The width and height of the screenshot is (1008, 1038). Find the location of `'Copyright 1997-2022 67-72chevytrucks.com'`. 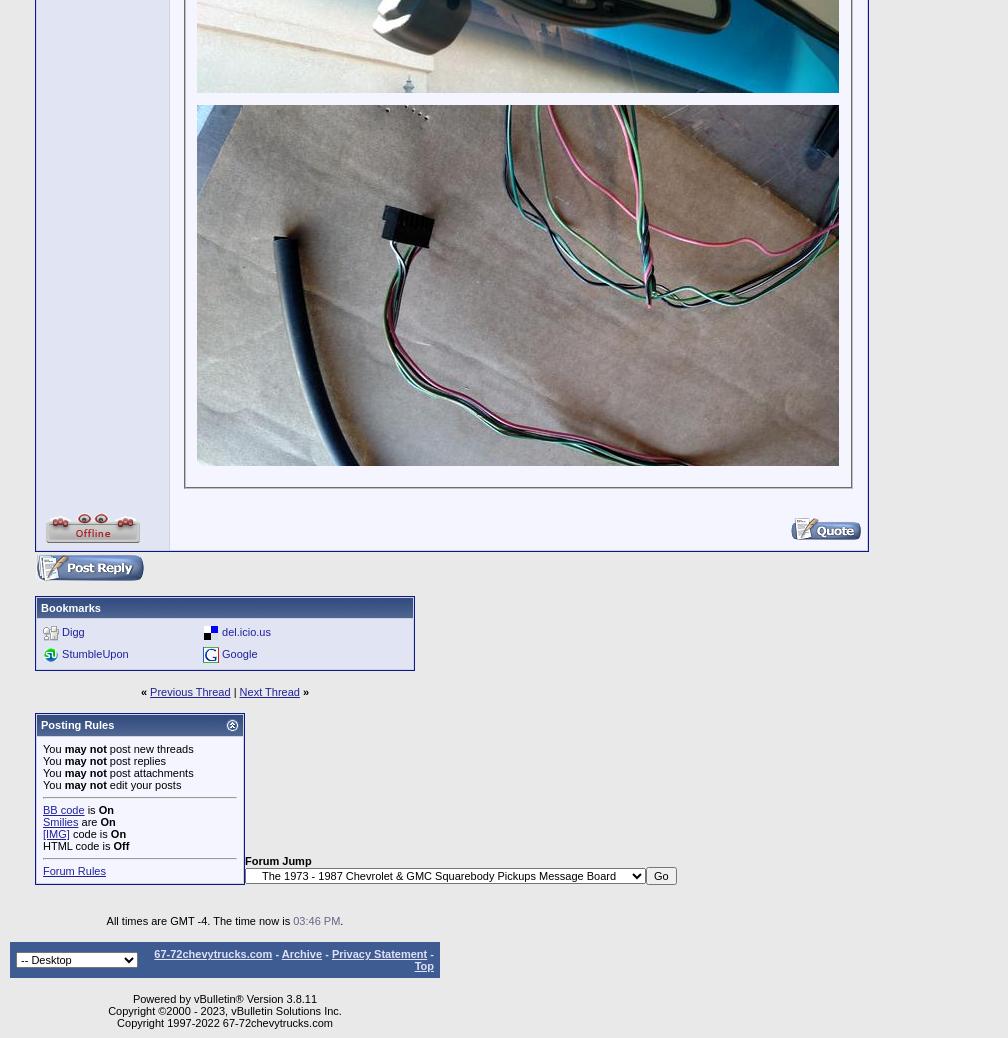

'Copyright 1997-2022 67-72chevytrucks.com' is located at coordinates (224, 1022).